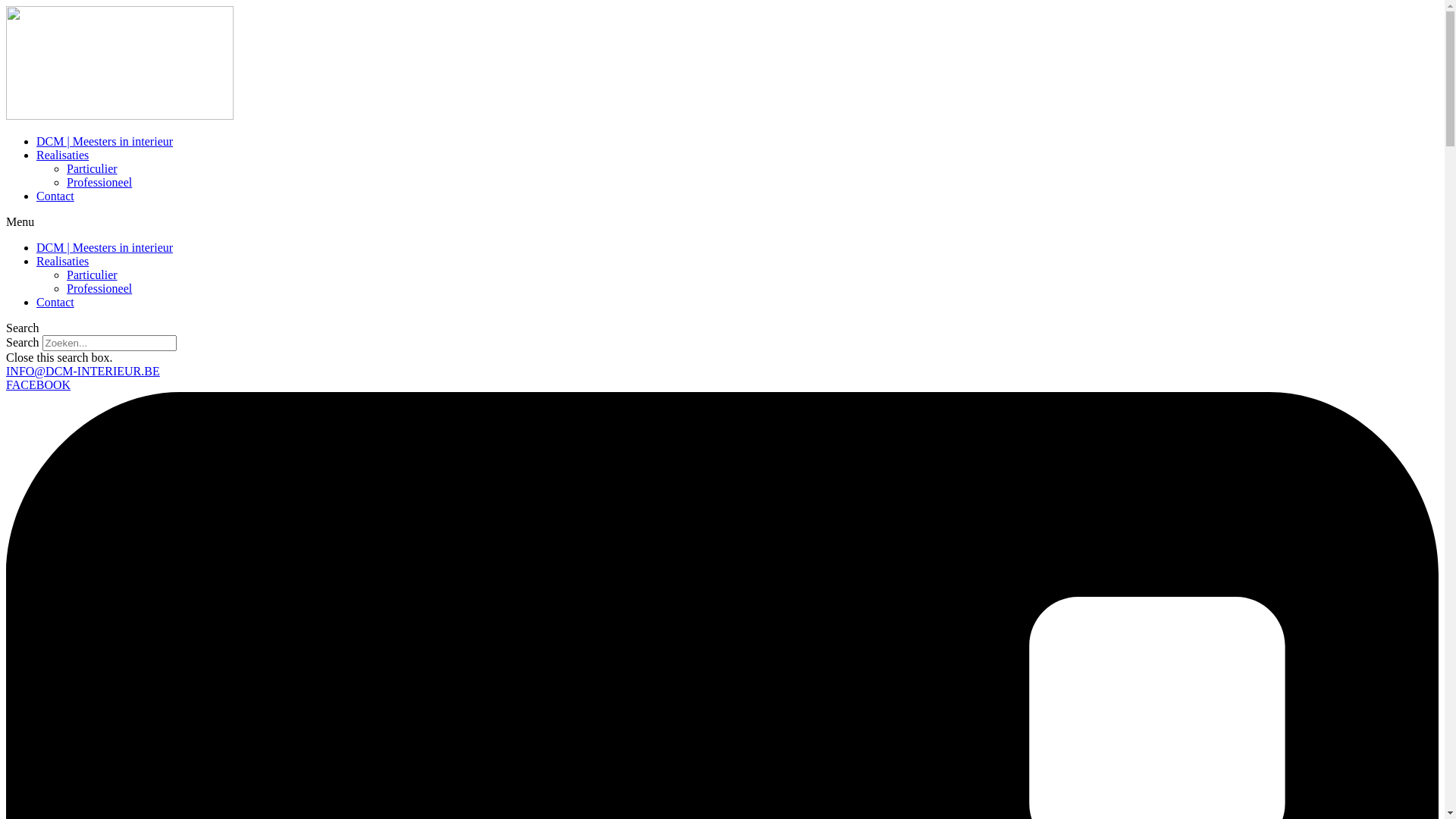 This screenshot has width=1456, height=819. What do you see at coordinates (61, 260) in the screenshot?
I see `'Realisaties'` at bounding box center [61, 260].